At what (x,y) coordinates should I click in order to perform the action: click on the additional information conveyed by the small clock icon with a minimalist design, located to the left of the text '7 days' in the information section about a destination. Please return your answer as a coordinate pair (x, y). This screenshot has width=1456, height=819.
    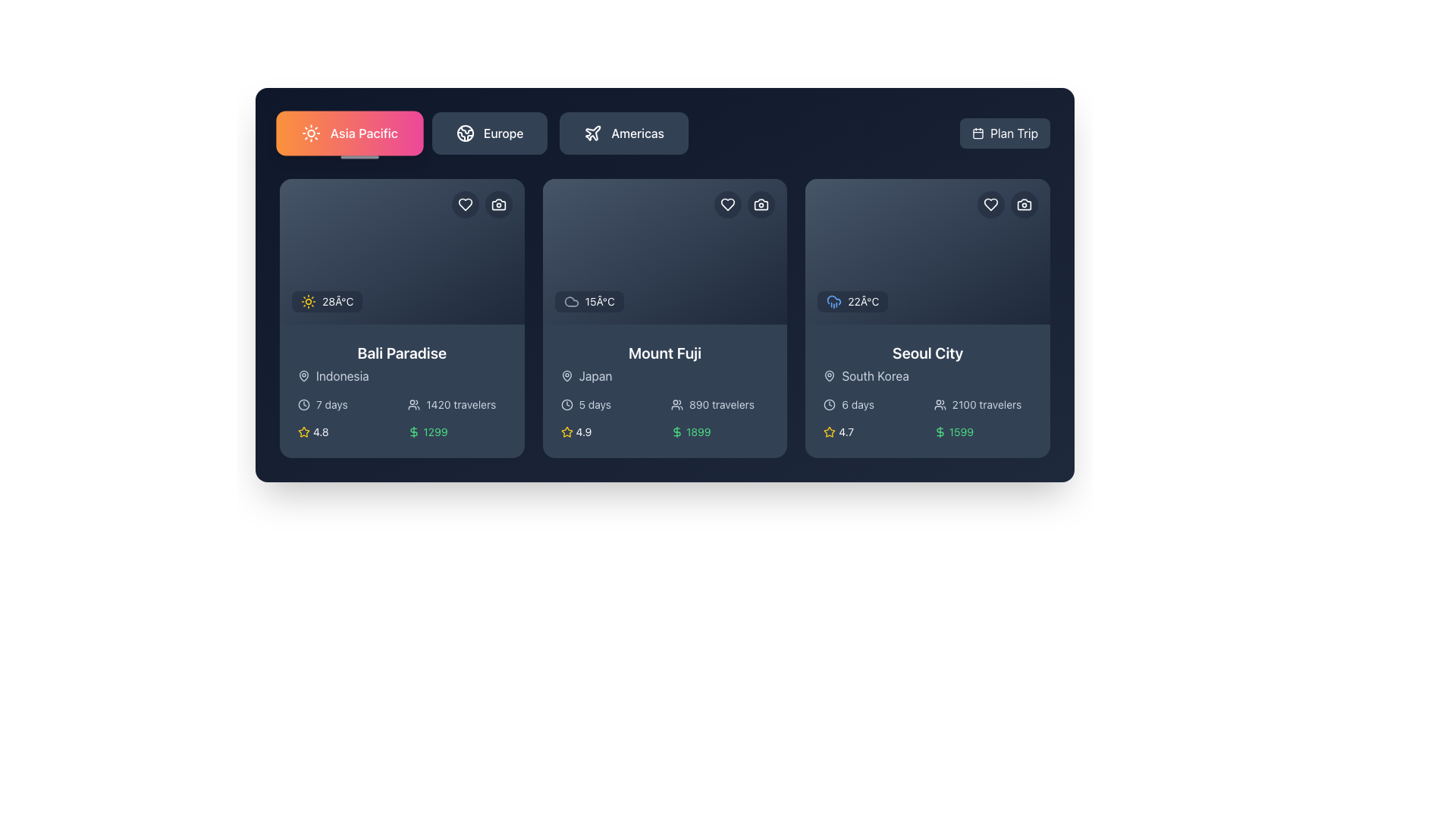
    Looking at the image, I should click on (303, 403).